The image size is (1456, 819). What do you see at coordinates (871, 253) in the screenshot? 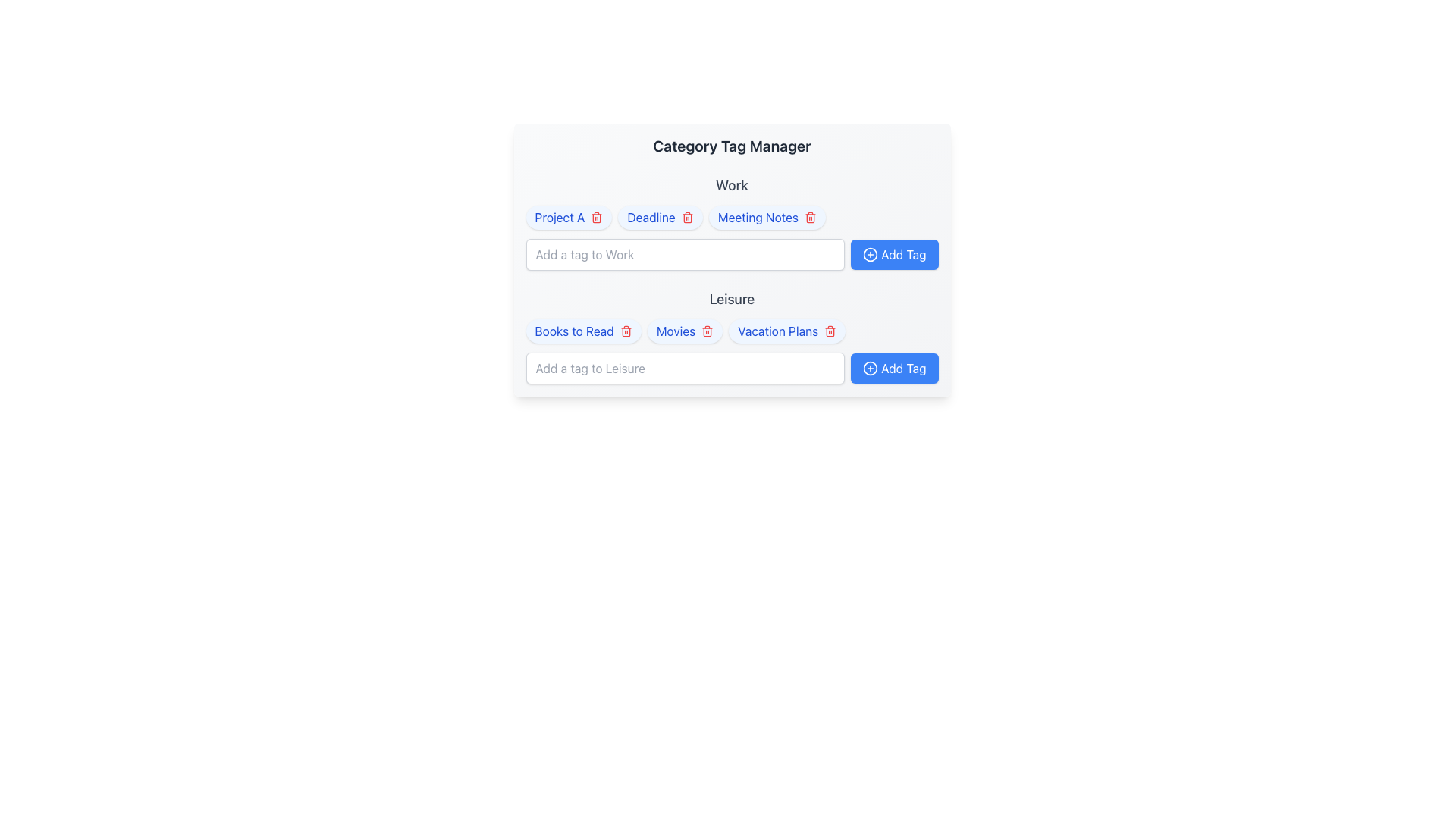
I see `the circular Decorative SVG component with a blue outline and a white fill, which is part of the 'Add Tag' icon button for adding tags in the 'Work' category` at bounding box center [871, 253].